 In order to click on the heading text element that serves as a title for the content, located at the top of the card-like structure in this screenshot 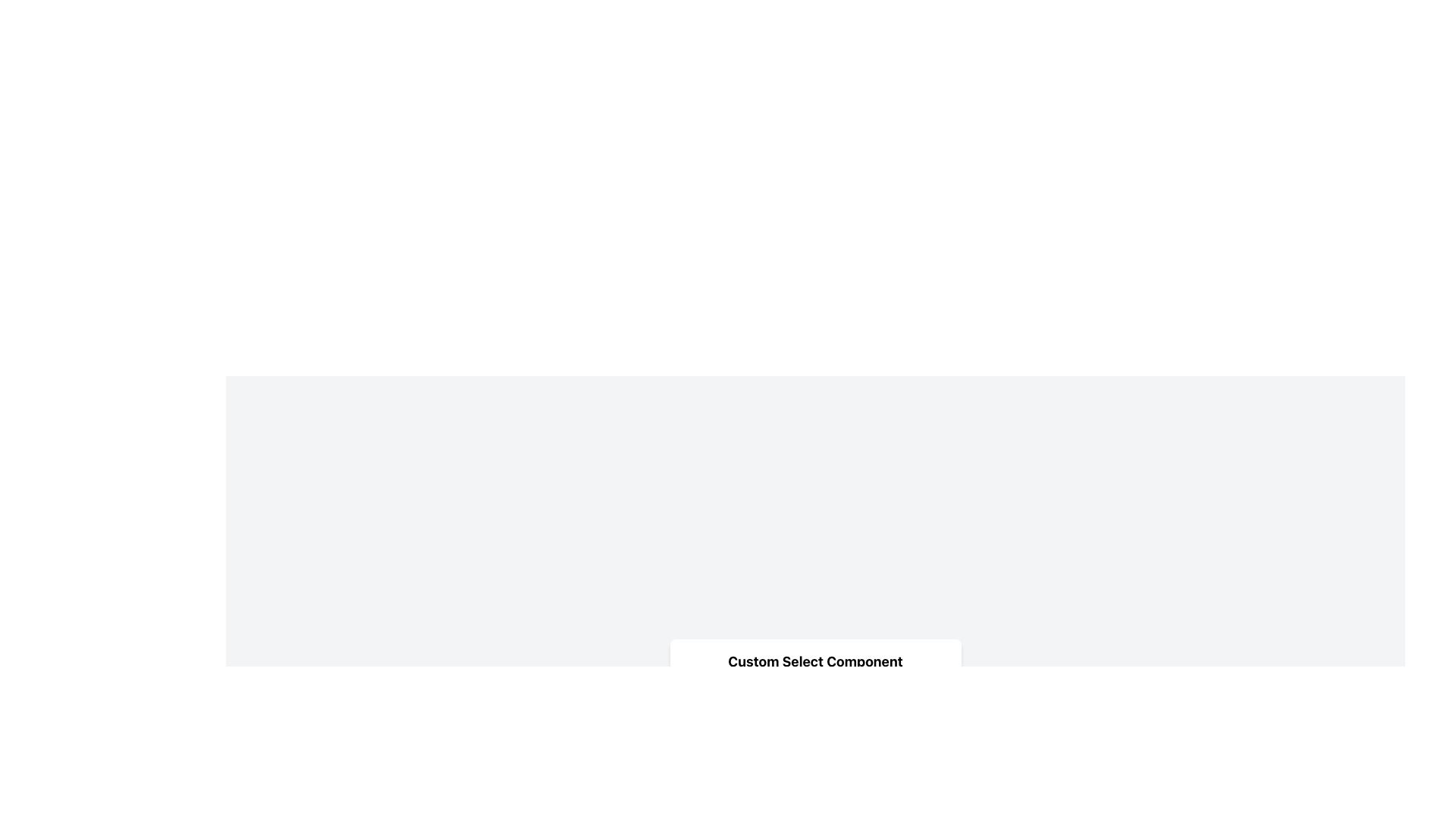, I will do `click(814, 661)`.